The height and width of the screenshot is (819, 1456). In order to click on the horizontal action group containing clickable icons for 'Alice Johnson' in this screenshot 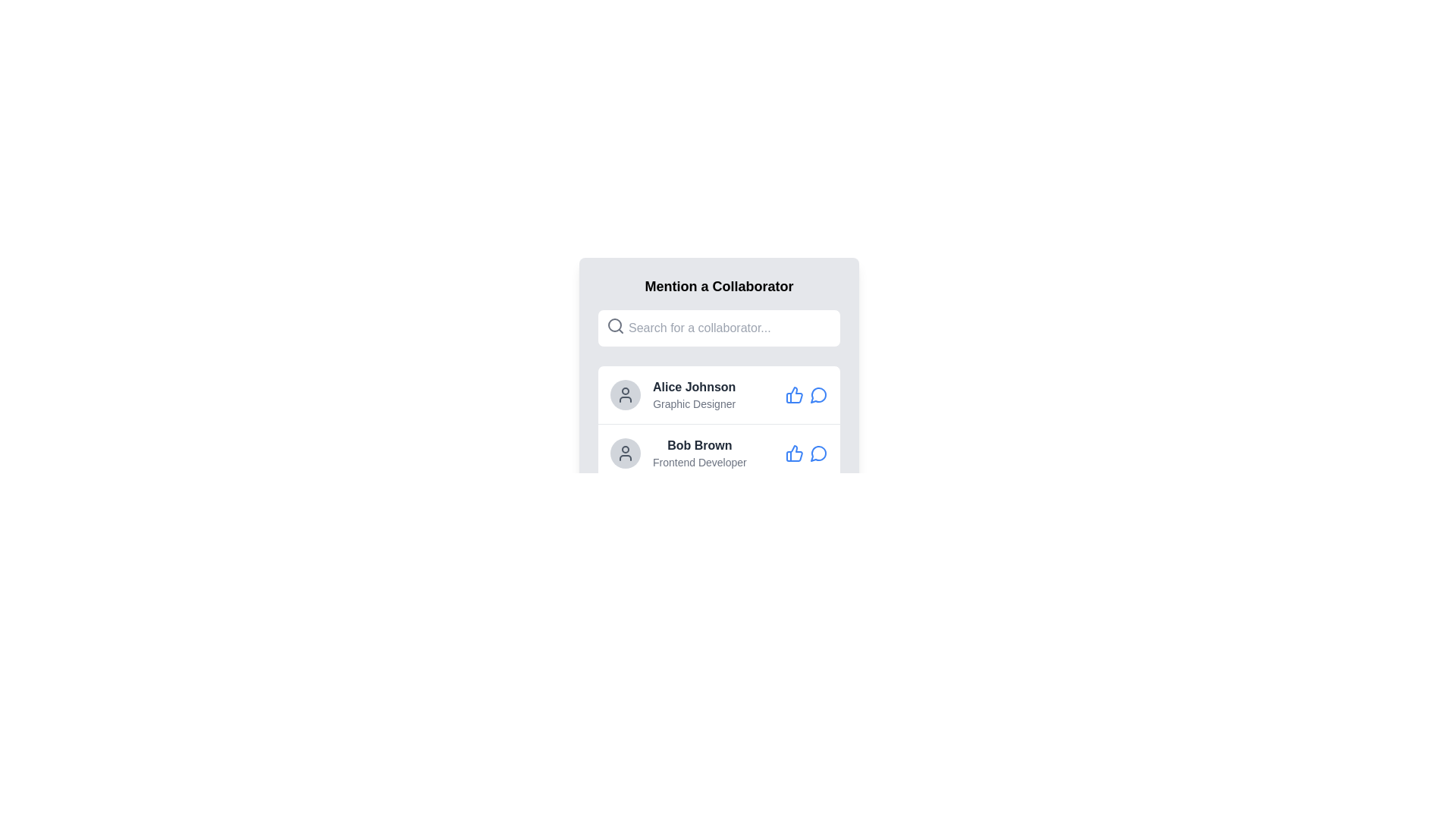, I will do `click(806, 394)`.